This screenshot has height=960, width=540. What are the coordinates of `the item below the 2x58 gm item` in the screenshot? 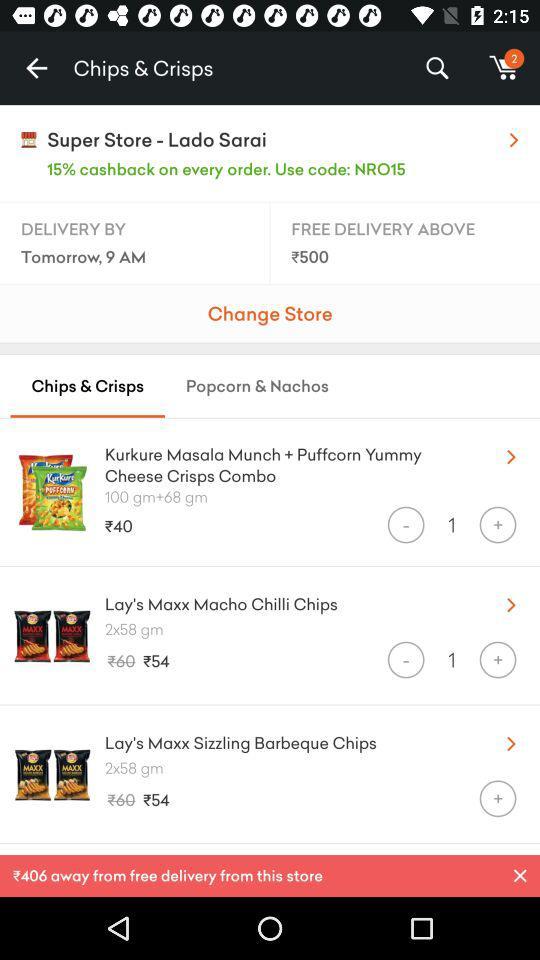 It's located at (405, 659).